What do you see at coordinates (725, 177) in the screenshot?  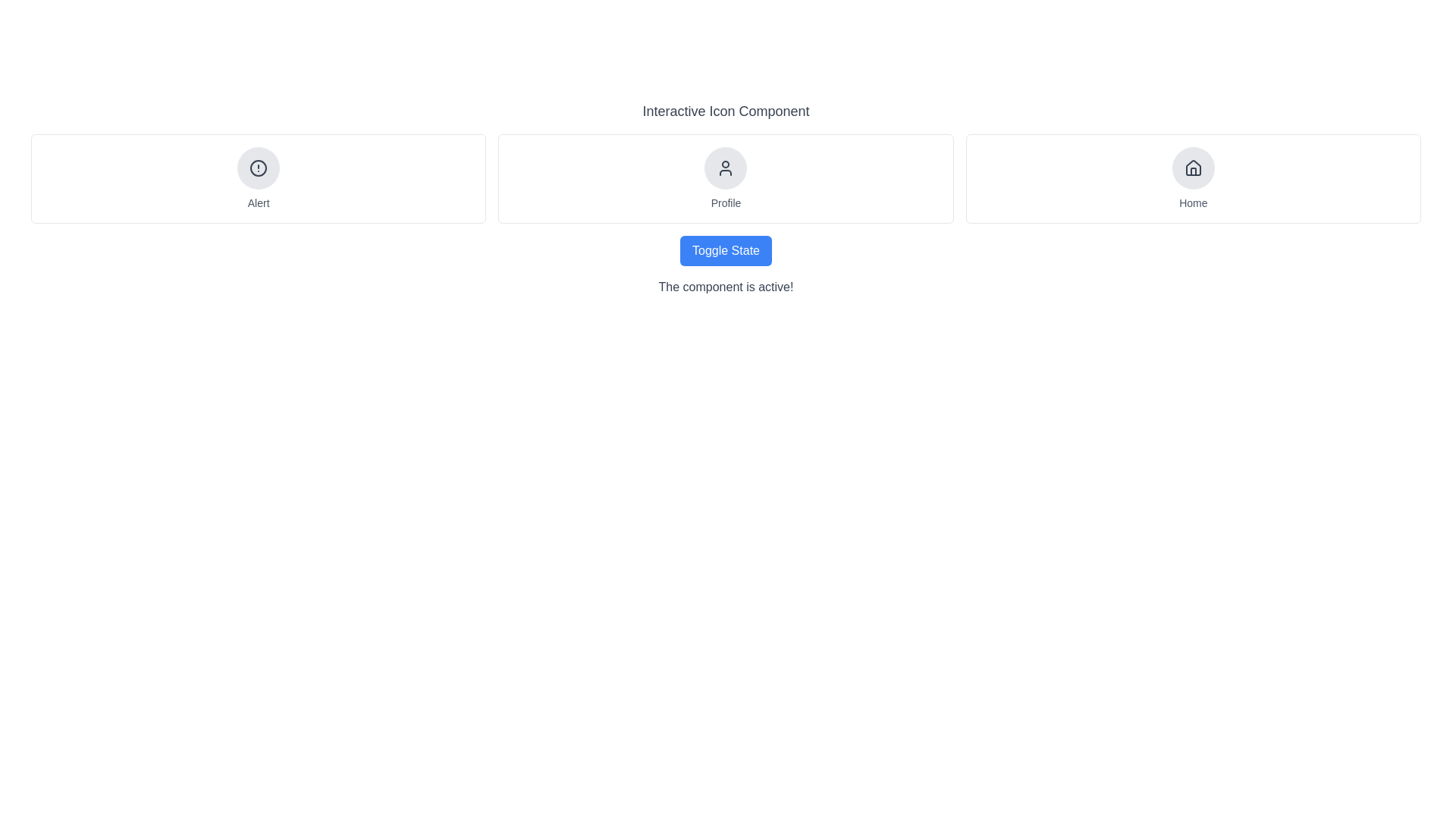 I see `the user profile section button-like card located centrally between the 'Alert' and 'Home' elements in the three-column grid layout` at bounding box center [725, 177].